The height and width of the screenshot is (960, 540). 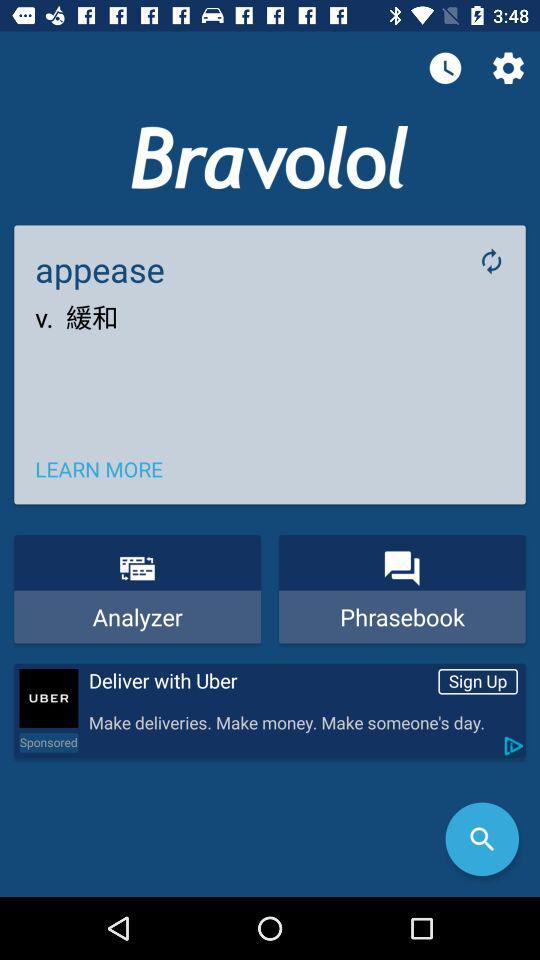 I want to click on search, so click(x=481, y=839).